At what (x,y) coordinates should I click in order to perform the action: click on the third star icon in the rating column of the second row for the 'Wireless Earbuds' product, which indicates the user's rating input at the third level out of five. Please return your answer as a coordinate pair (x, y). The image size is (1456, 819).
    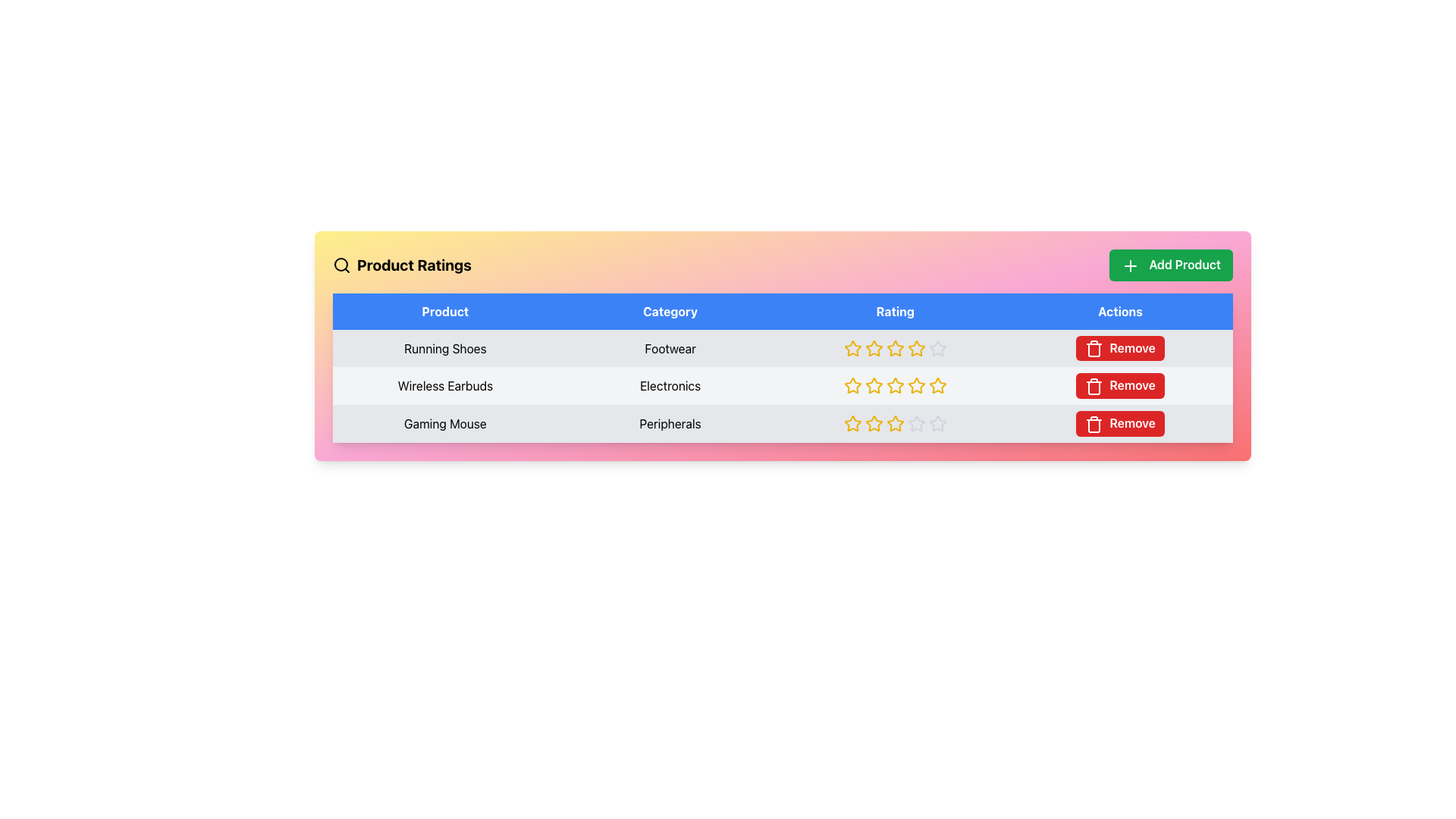
    Looking at the image, I should click on (895, 384).